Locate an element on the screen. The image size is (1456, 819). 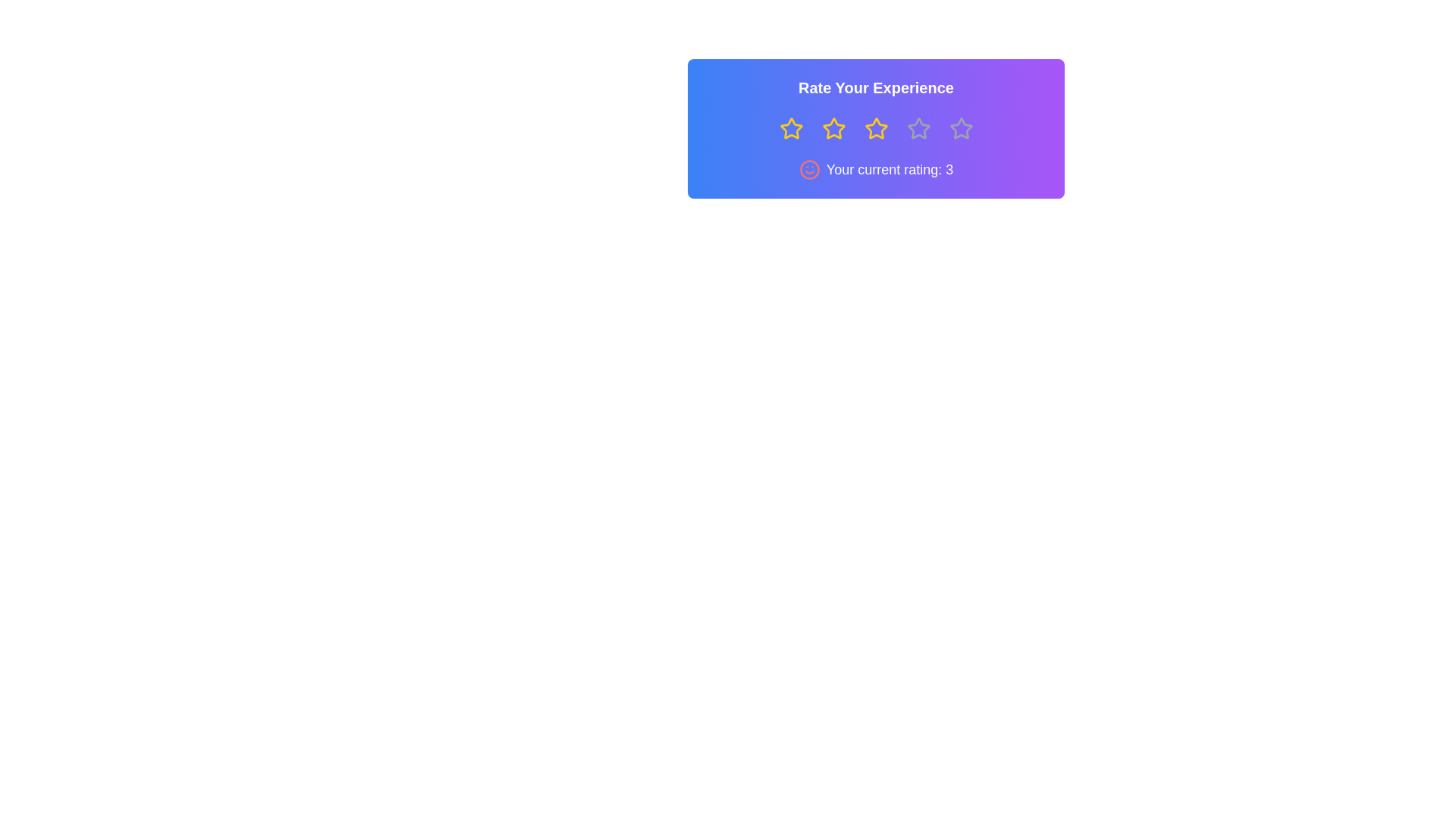
the star representing 5 stars to preview the rating effect is located at coordinates (960, 127).